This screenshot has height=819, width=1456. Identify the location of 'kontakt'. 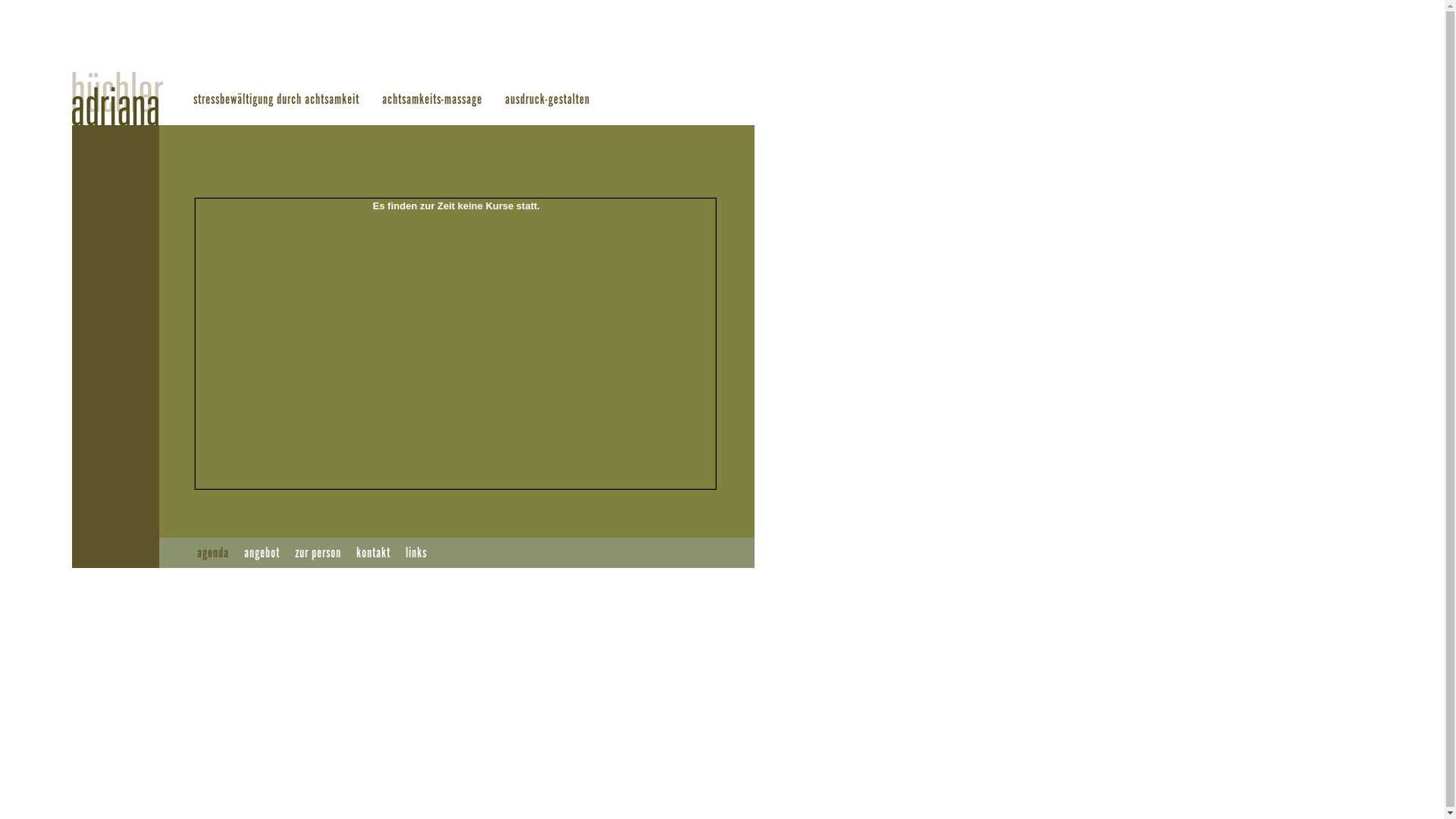
(373, 553).